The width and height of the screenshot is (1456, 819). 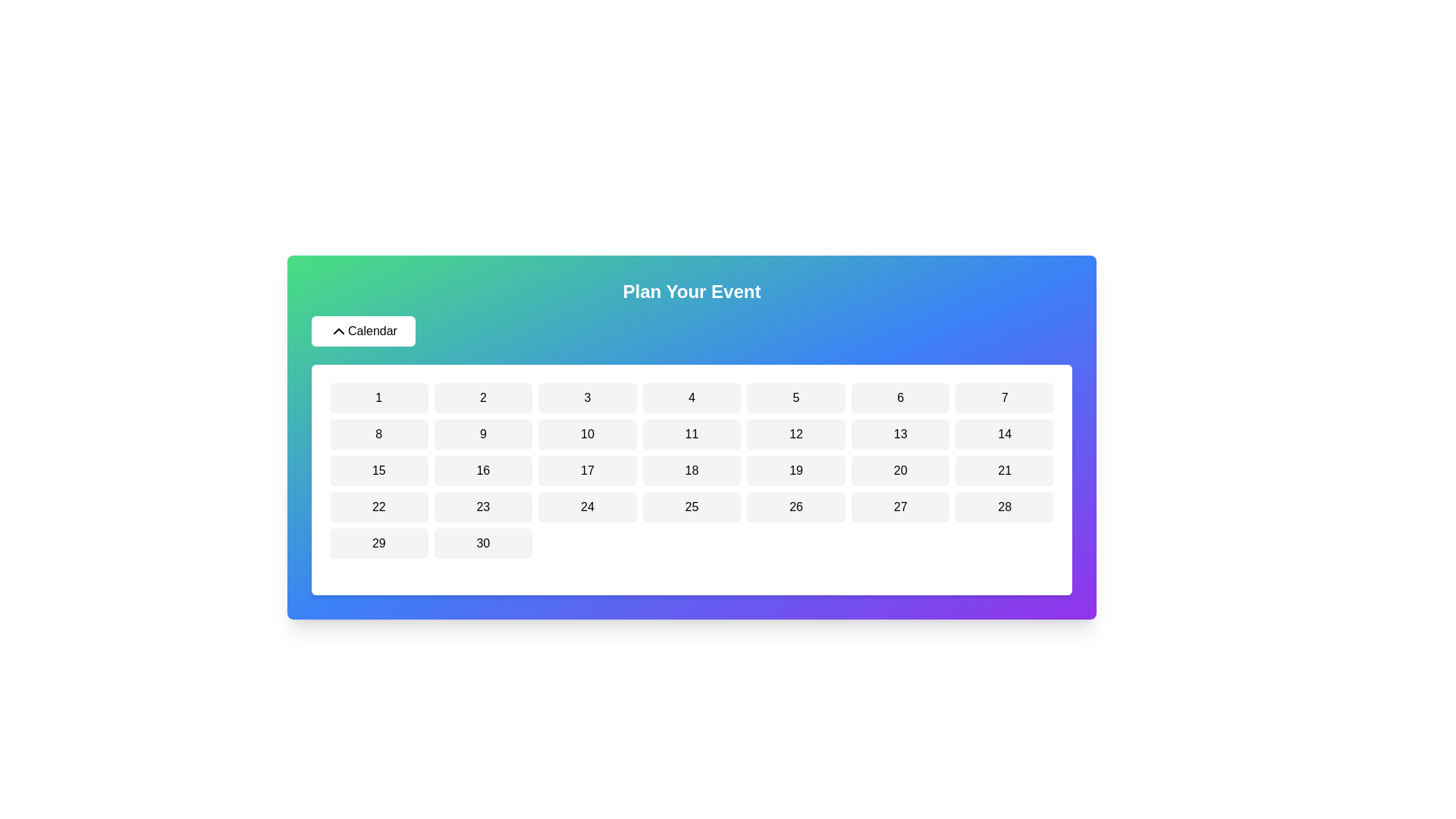 What do you see at coordinates (691, 292) in the screenshot?
I see `the text label 'Plan Your Event', which is displayed in a large, bold white font against a gradient background, located at the top center of the layout above the 'Calendar' button` at bounding box center [691, 292].